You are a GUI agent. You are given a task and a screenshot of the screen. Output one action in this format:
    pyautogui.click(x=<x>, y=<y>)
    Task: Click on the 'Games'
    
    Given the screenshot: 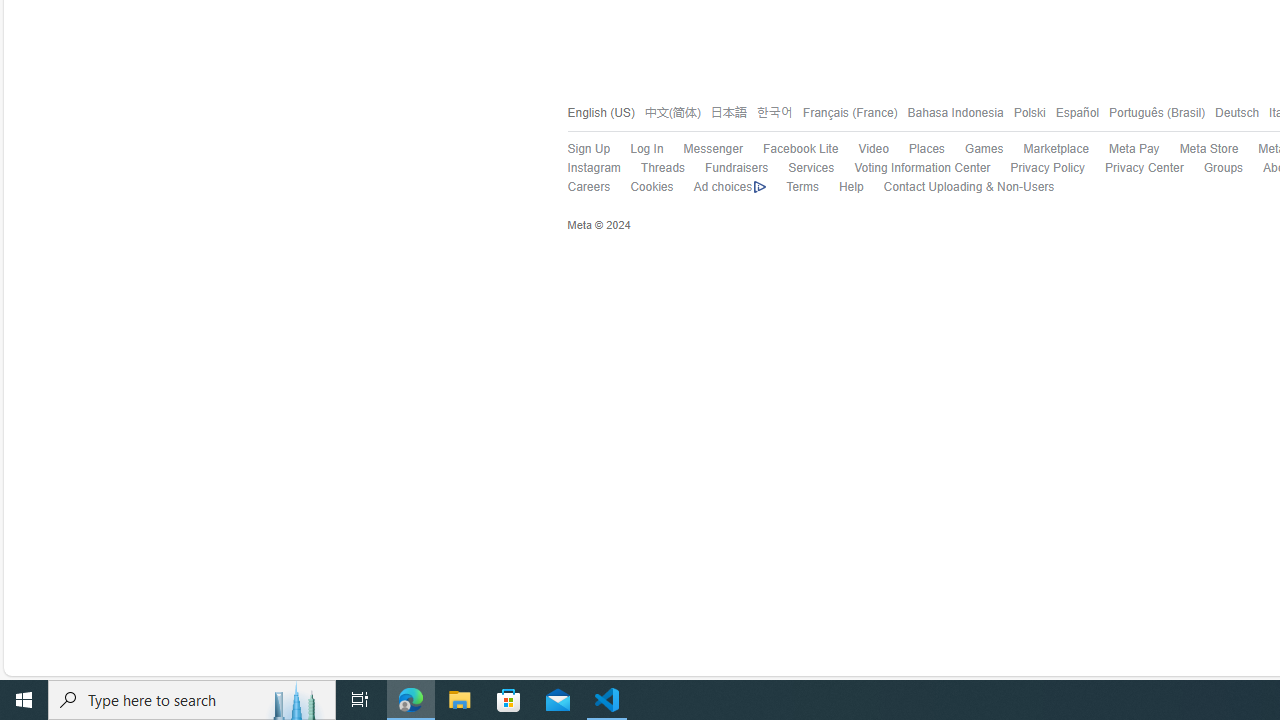 What is the action you would take?
    pyautogui.click(x=974, y=148)
    